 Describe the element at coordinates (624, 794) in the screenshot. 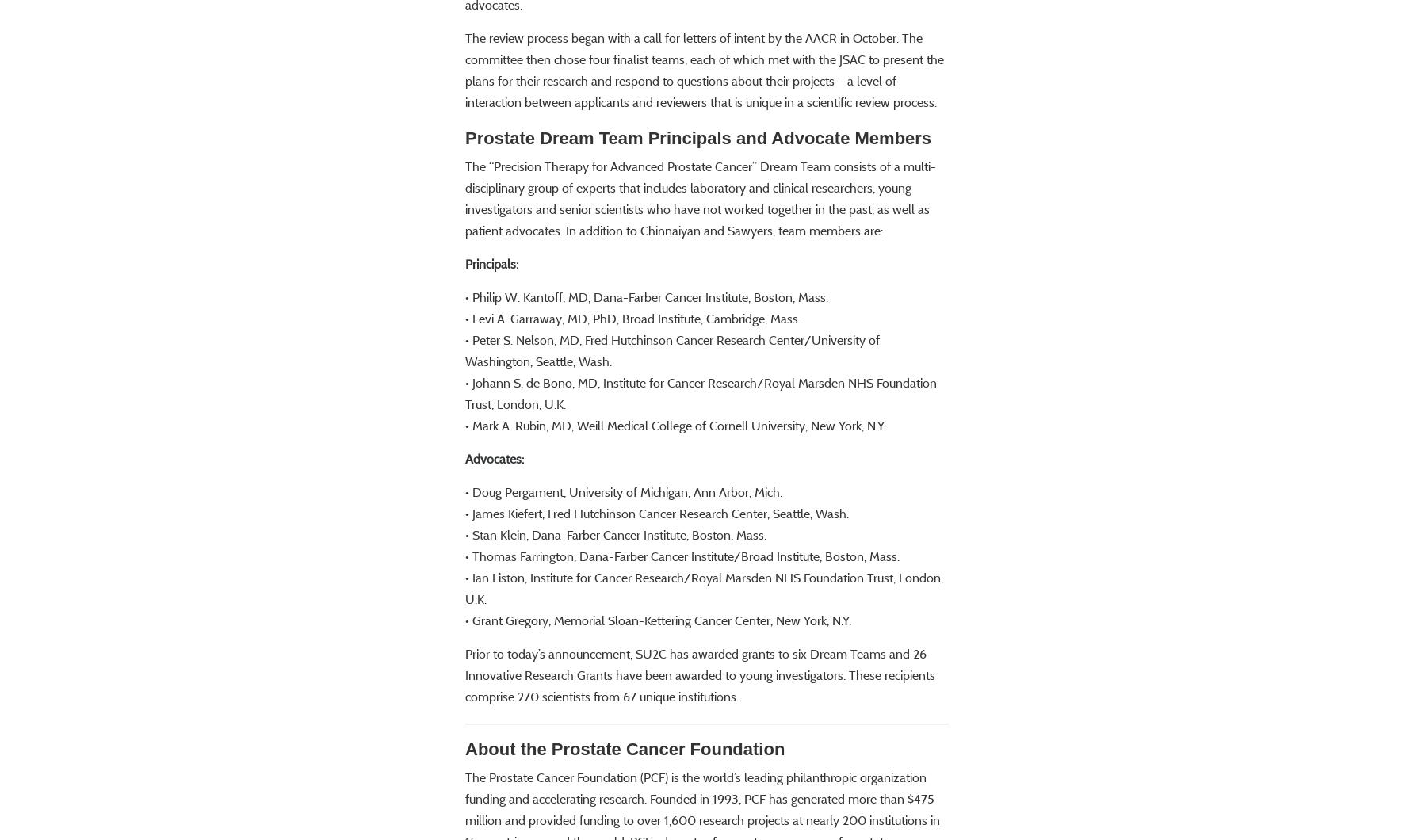

I see `'About the Prostate Cancer Foundation'` at that location.